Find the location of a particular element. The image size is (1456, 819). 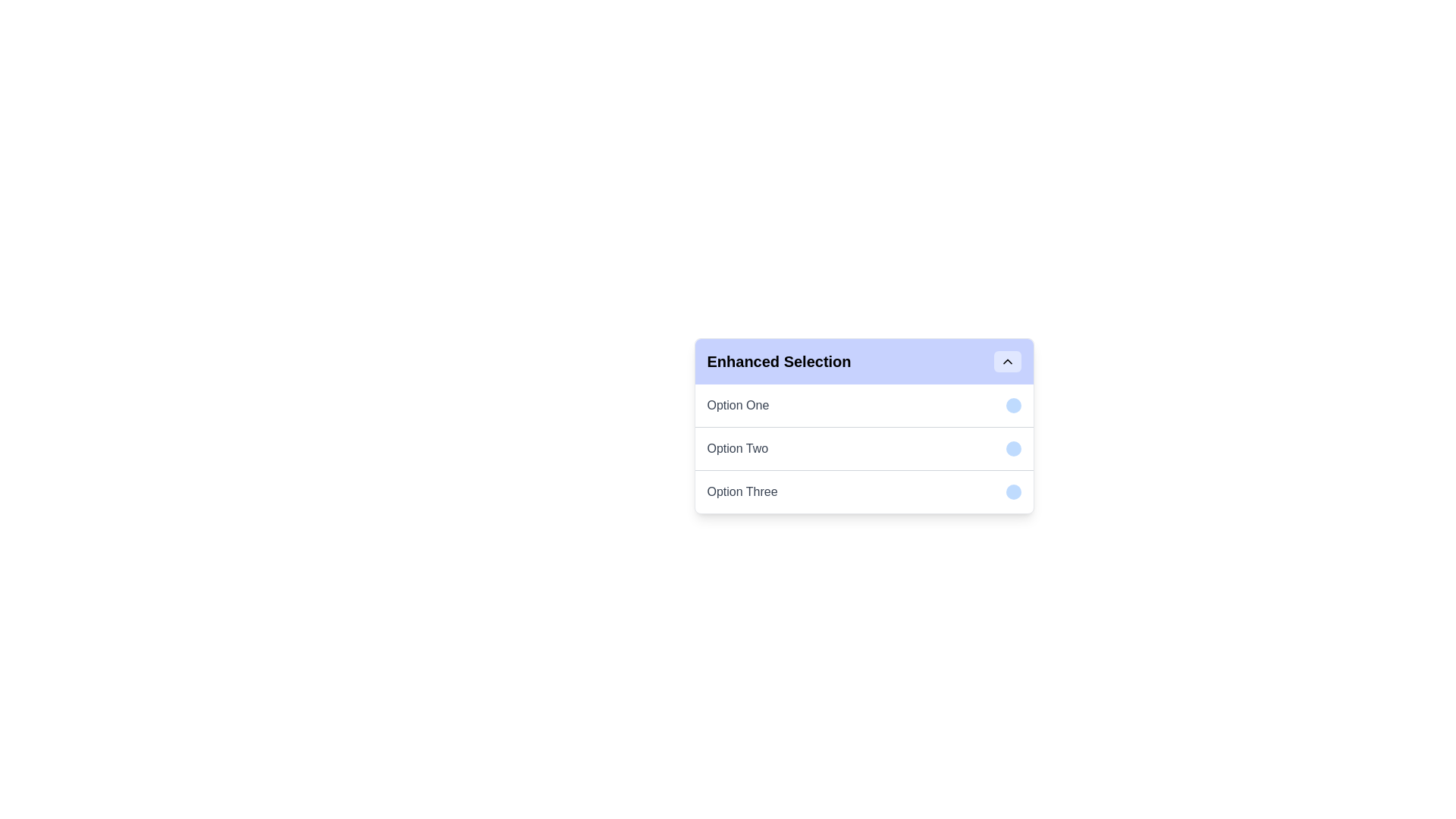

label 'Option Two', which is the second option in the dropdown list 'Enhanced Selection' is located at coordinates (737, 447).